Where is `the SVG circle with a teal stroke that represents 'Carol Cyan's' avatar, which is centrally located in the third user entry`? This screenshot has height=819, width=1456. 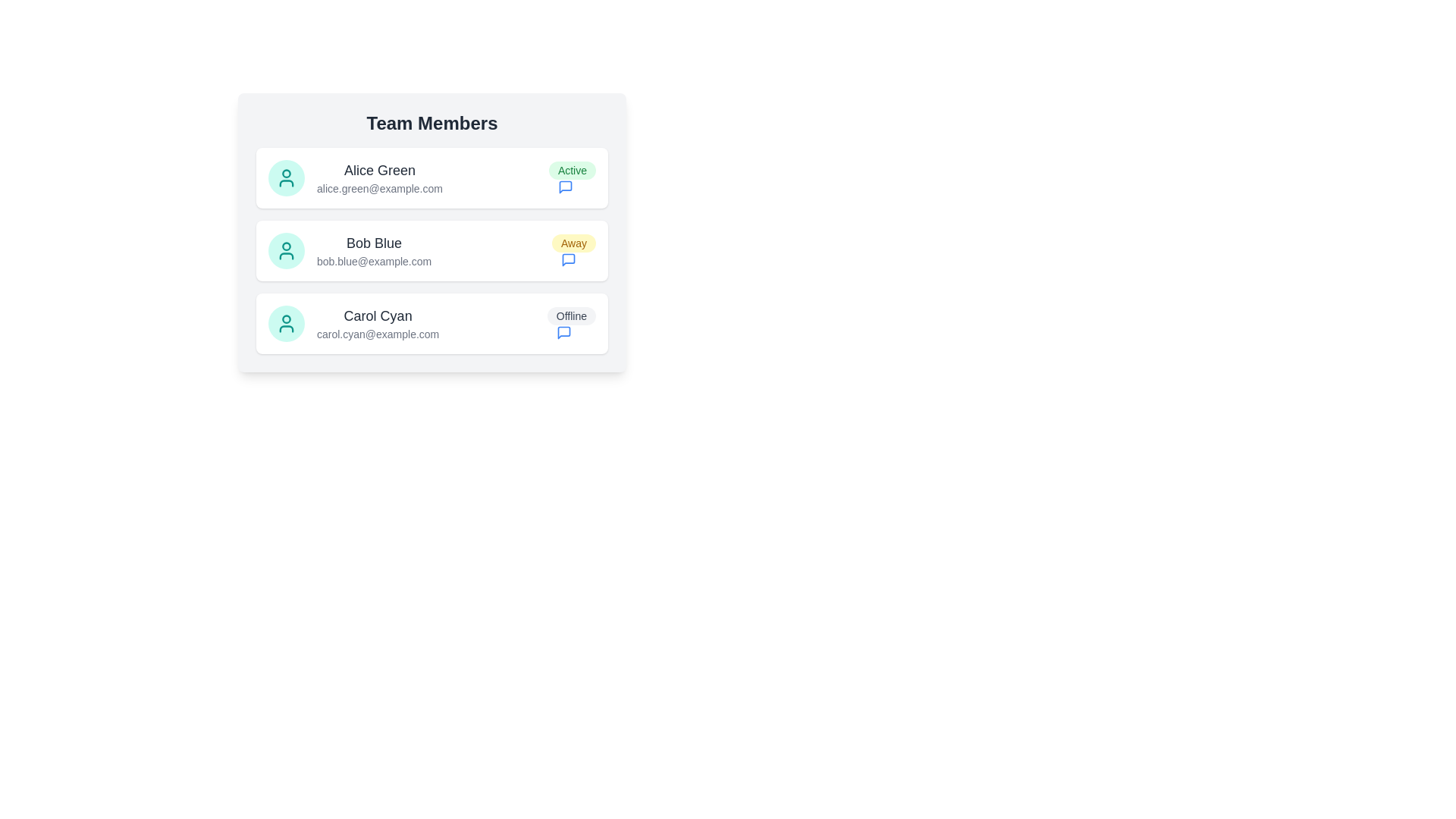 the SVG circle with a teal stroke that represents 'Carol Cyan's' avatar, which is centrally located in the third user entry is located at coordinates (287, 318).